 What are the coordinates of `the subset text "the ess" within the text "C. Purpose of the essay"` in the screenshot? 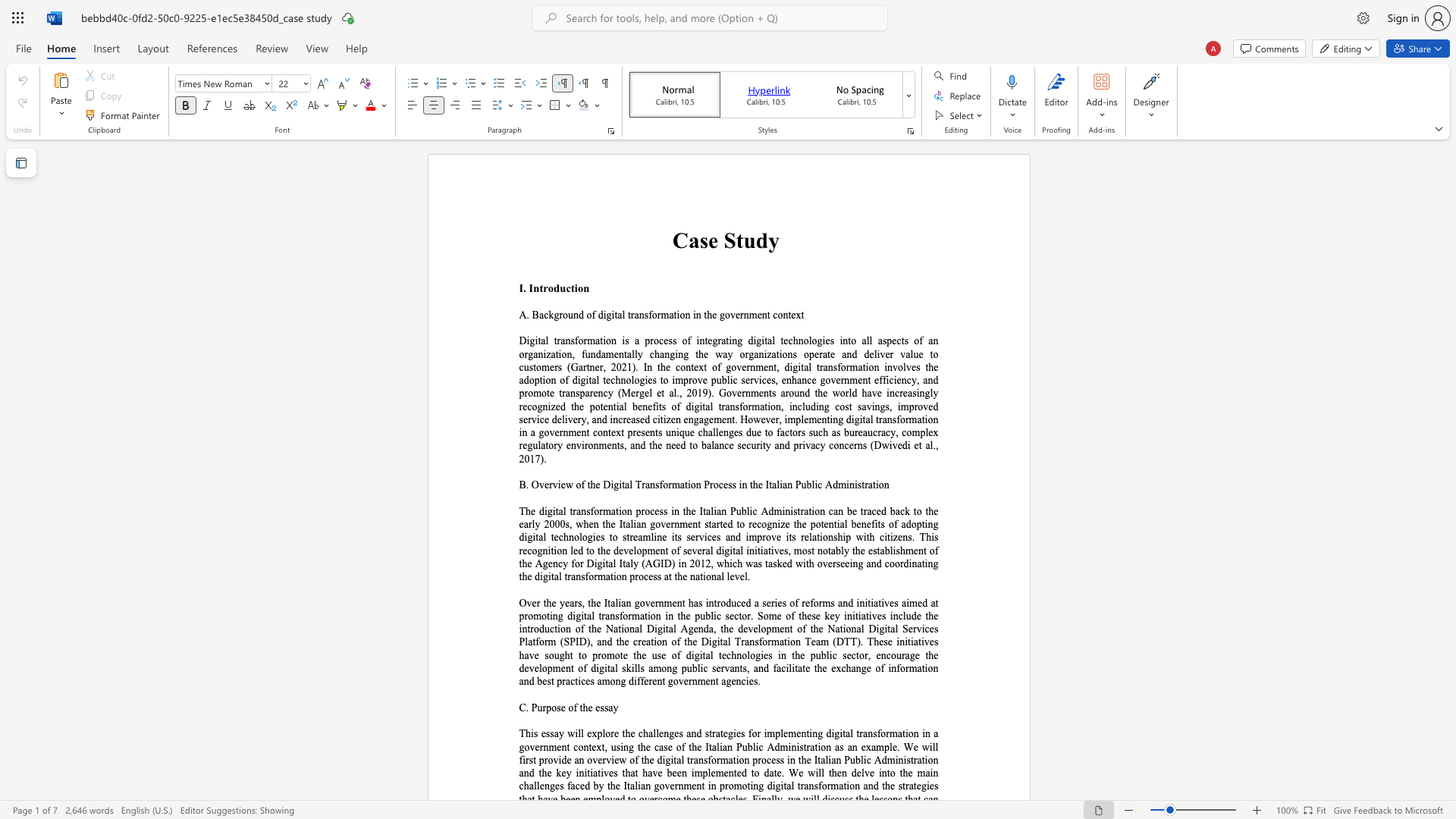 It's located at (579, 708).